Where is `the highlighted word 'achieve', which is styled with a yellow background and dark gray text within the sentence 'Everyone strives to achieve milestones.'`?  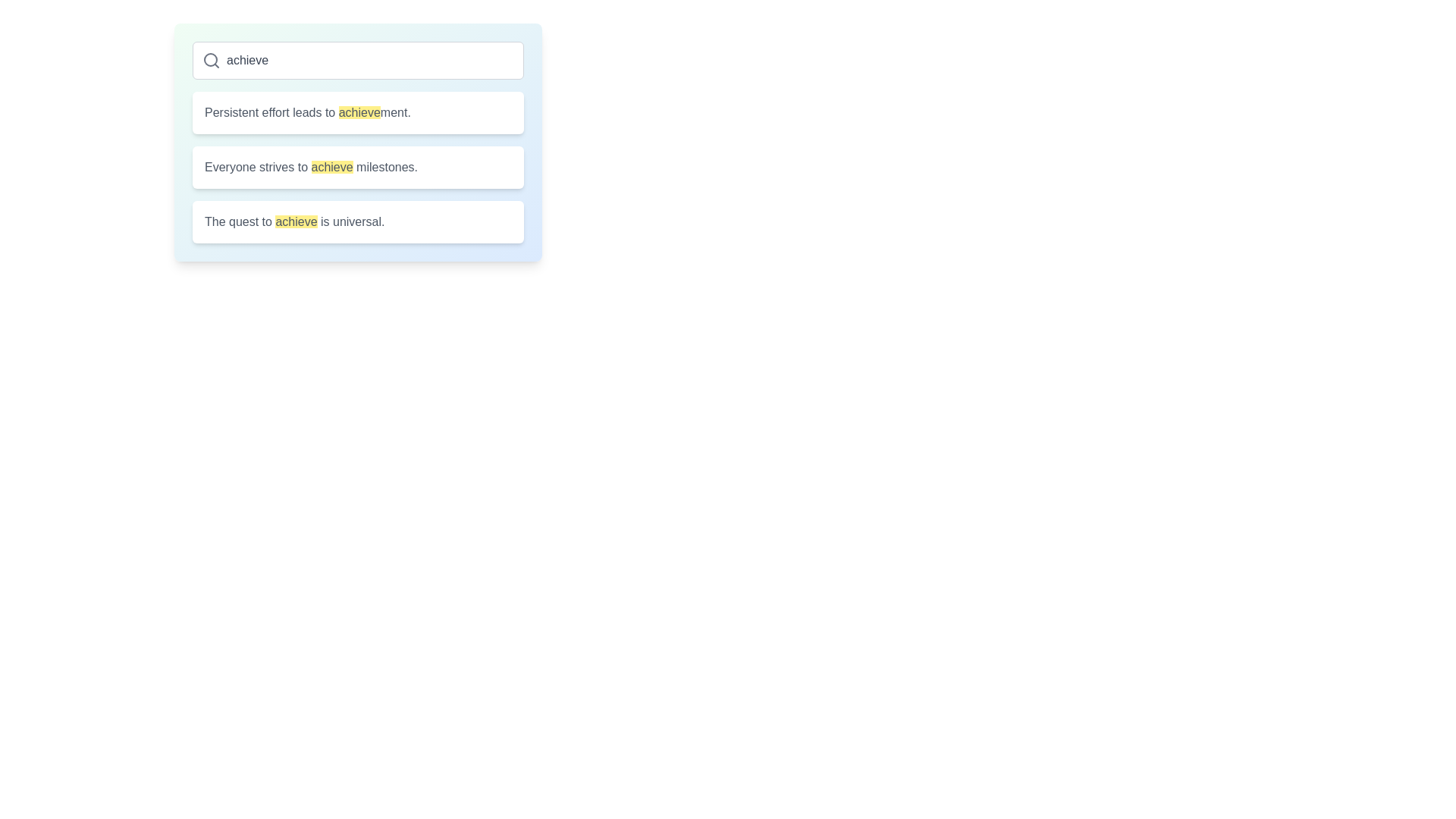
the highlighted word 'achieve', which is styled with a yellow background and dark gray text within the sentence 'Everyone strives to achieve milestones.' is located at coordinates (331, 167).